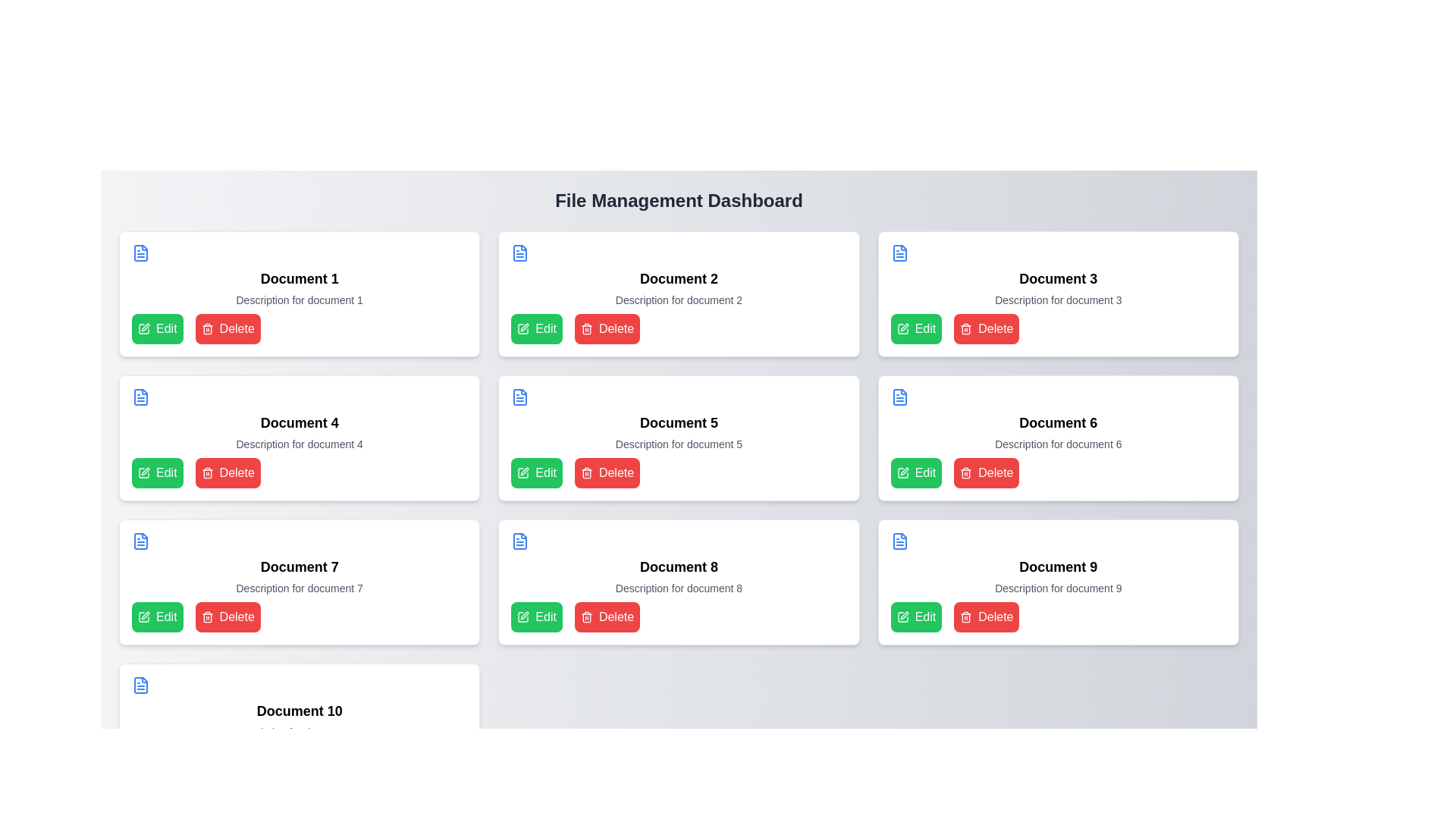 This screenshot has width=1456, height=819. Describe the element at coordinates (227, 472) in the screenshot. I see `the delete button for keyboard interaction located at the bottom-left of the 'Document 4' card in the second column of the grid format` at that location.